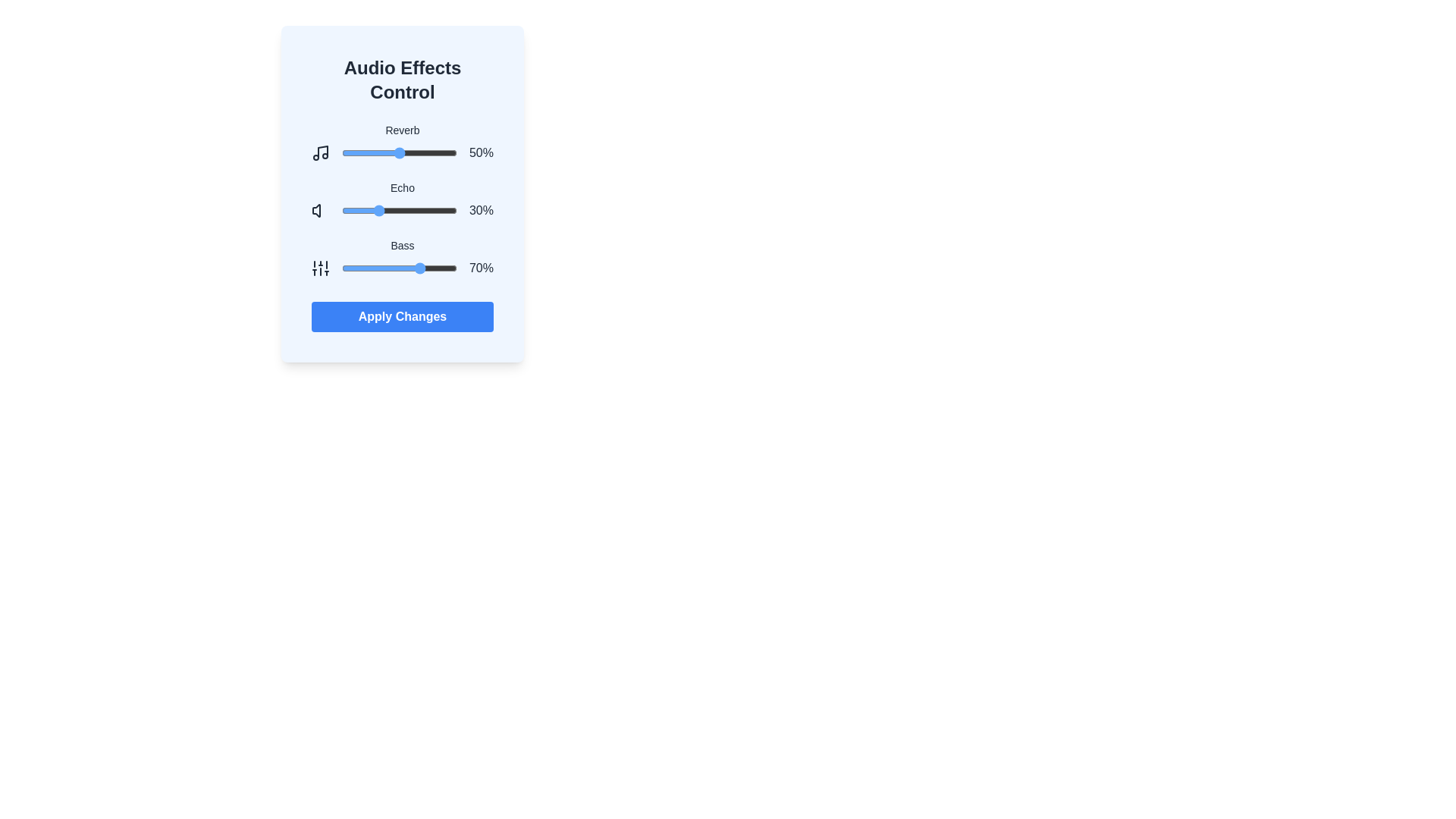  What do you see at coordinates (342, 152) in the screenshot?
I see `the reverb level` at bounding box center [342, 152].